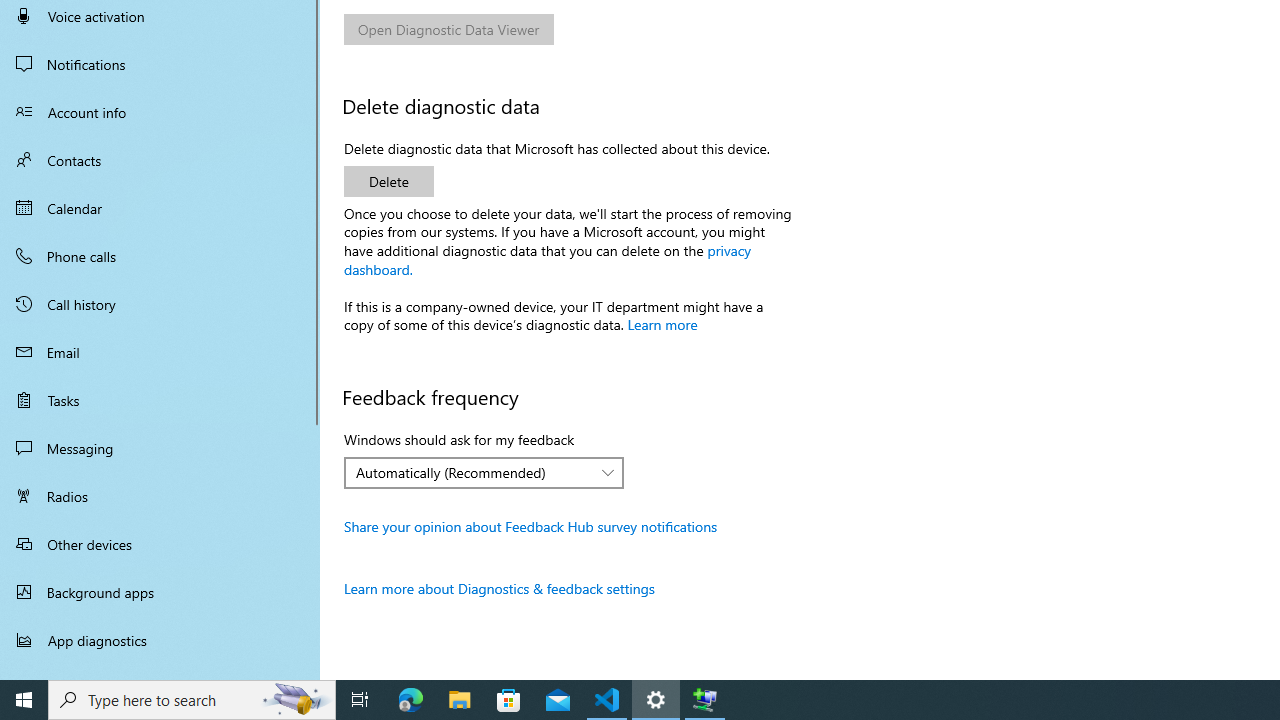 This screenshot has height=720, width=1280. I want to click on 'Call history', so click(160, 304).